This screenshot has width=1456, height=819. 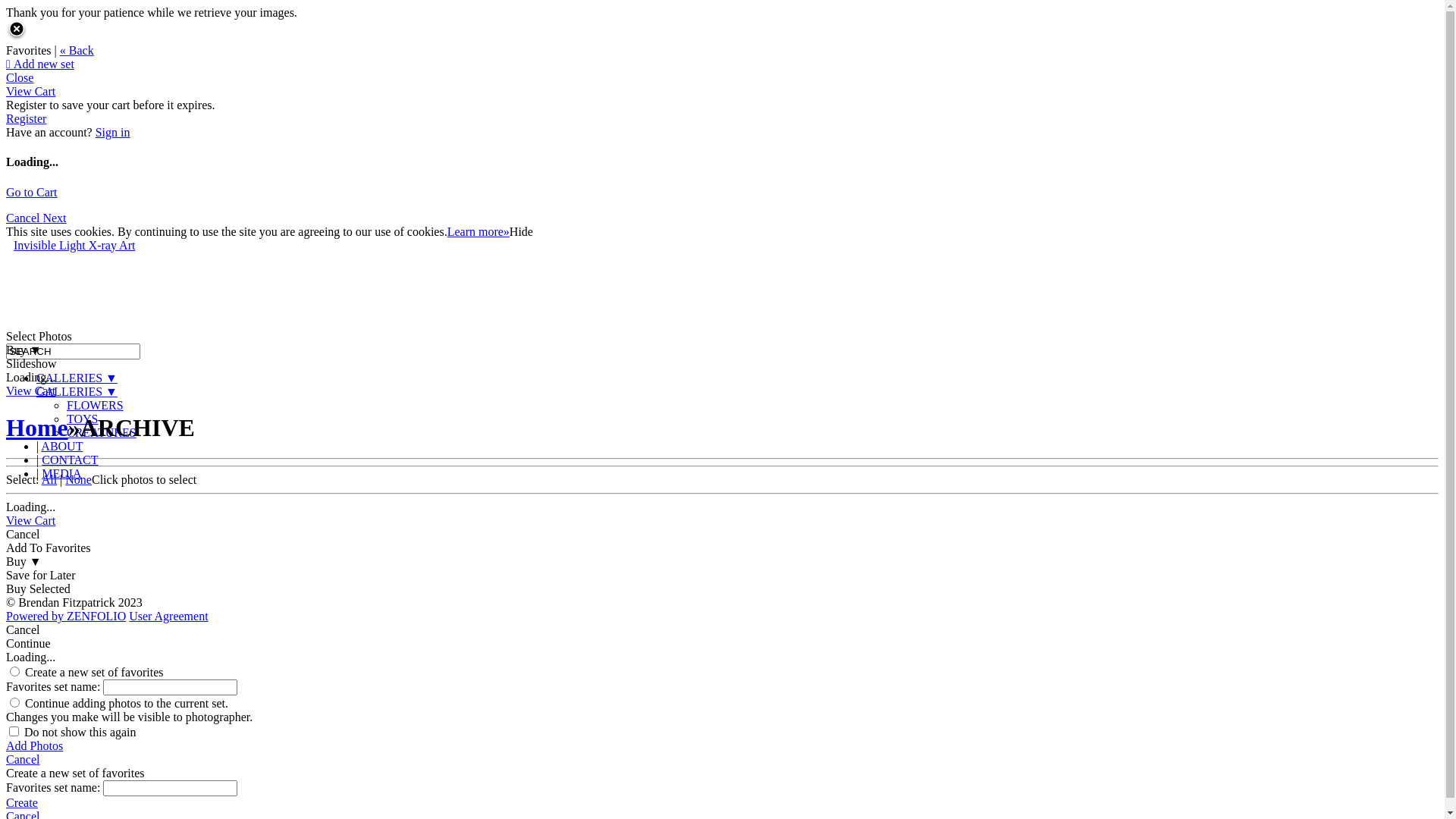 What do you see at coordinates (168, 616) in the screenshot?
I see `'User Agreement'` at bounding box center [168, 616].